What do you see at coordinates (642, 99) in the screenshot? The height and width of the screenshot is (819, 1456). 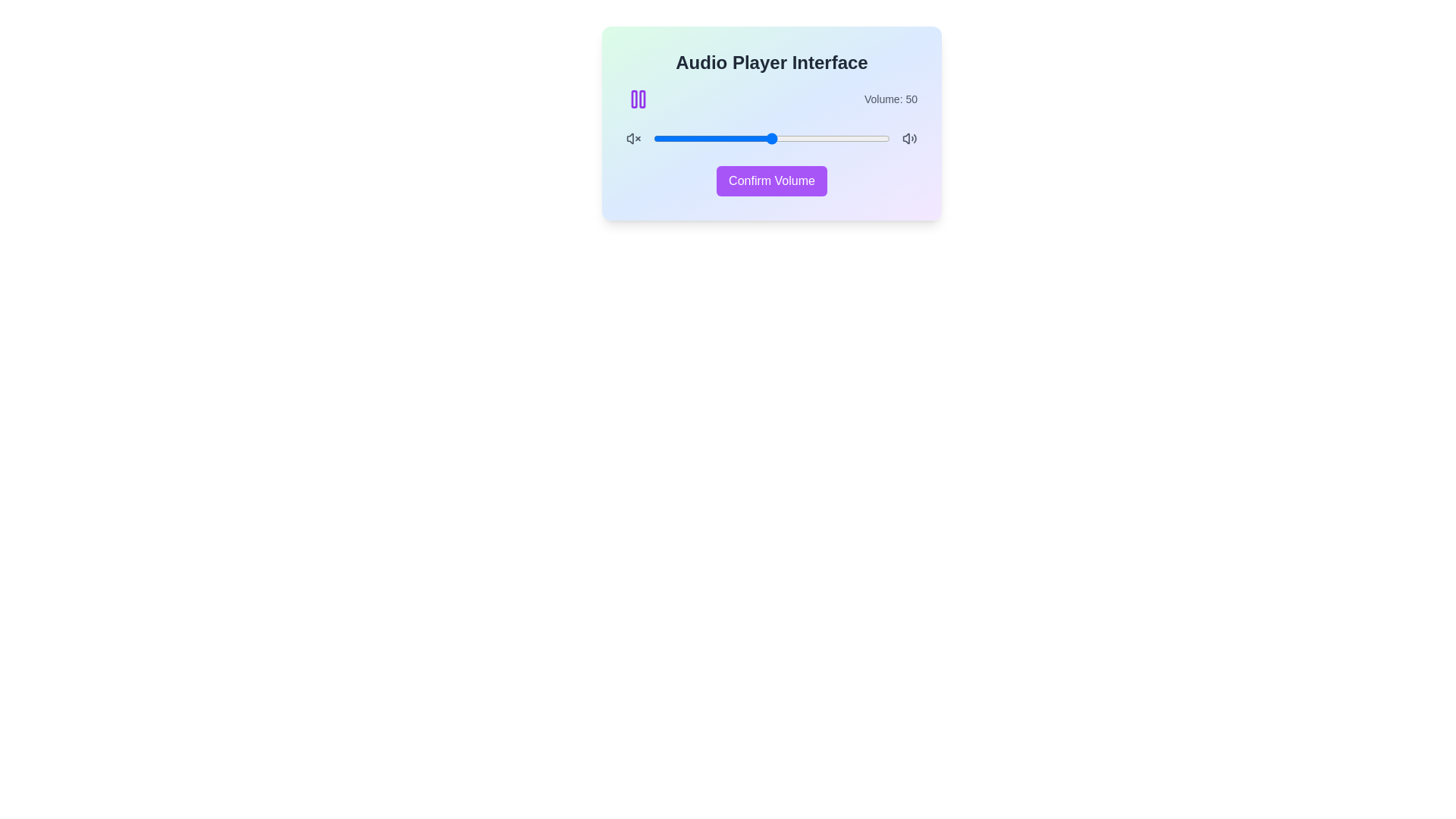 I see `the pause button icon located in the top-left corner of the audio control card` at bounding box center [642, 99].